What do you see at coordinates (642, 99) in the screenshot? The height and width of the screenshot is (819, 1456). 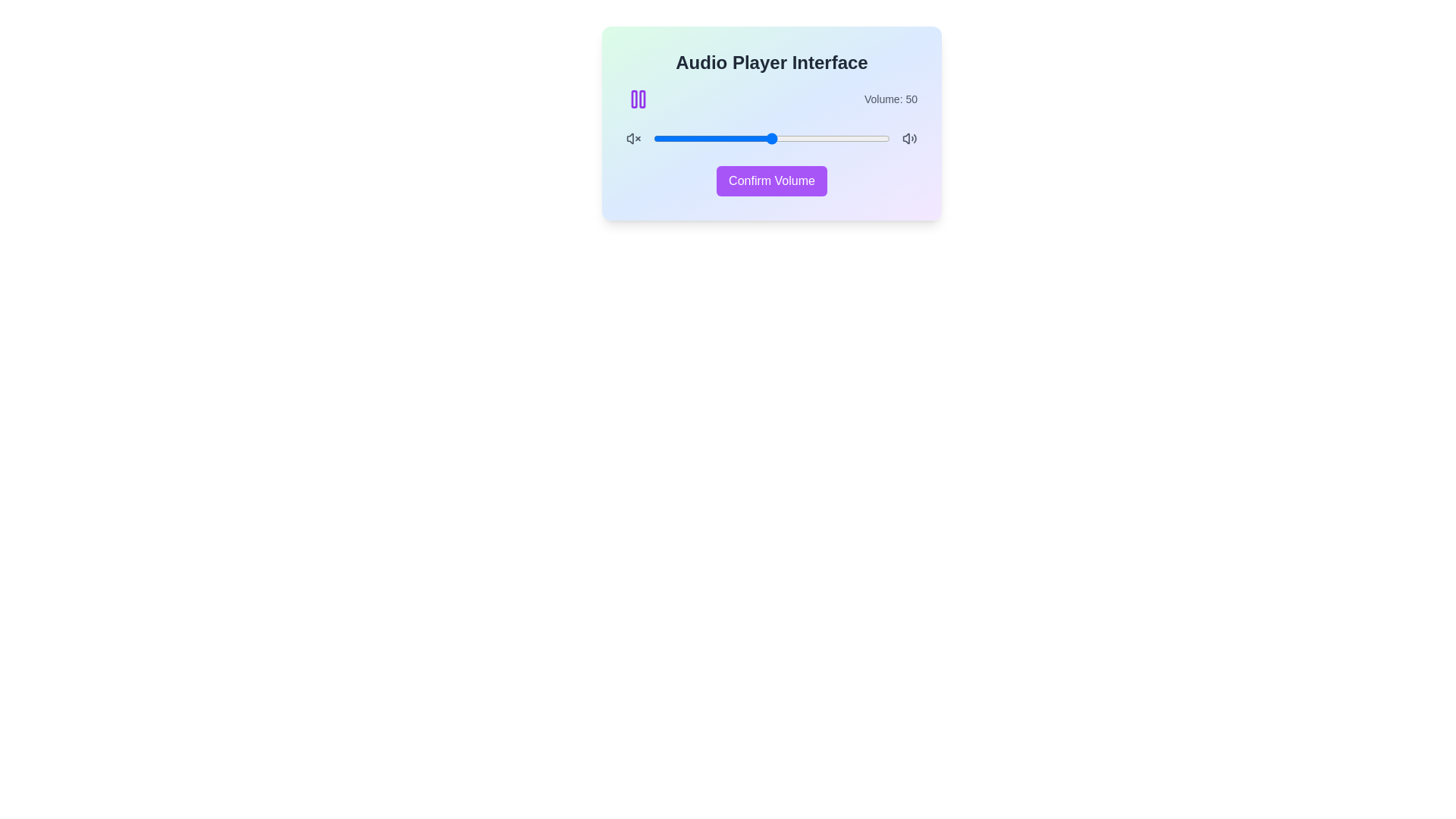 I see `the pause button icon located in the top-left corner of the audio control card` at bounding box center [642, 99].